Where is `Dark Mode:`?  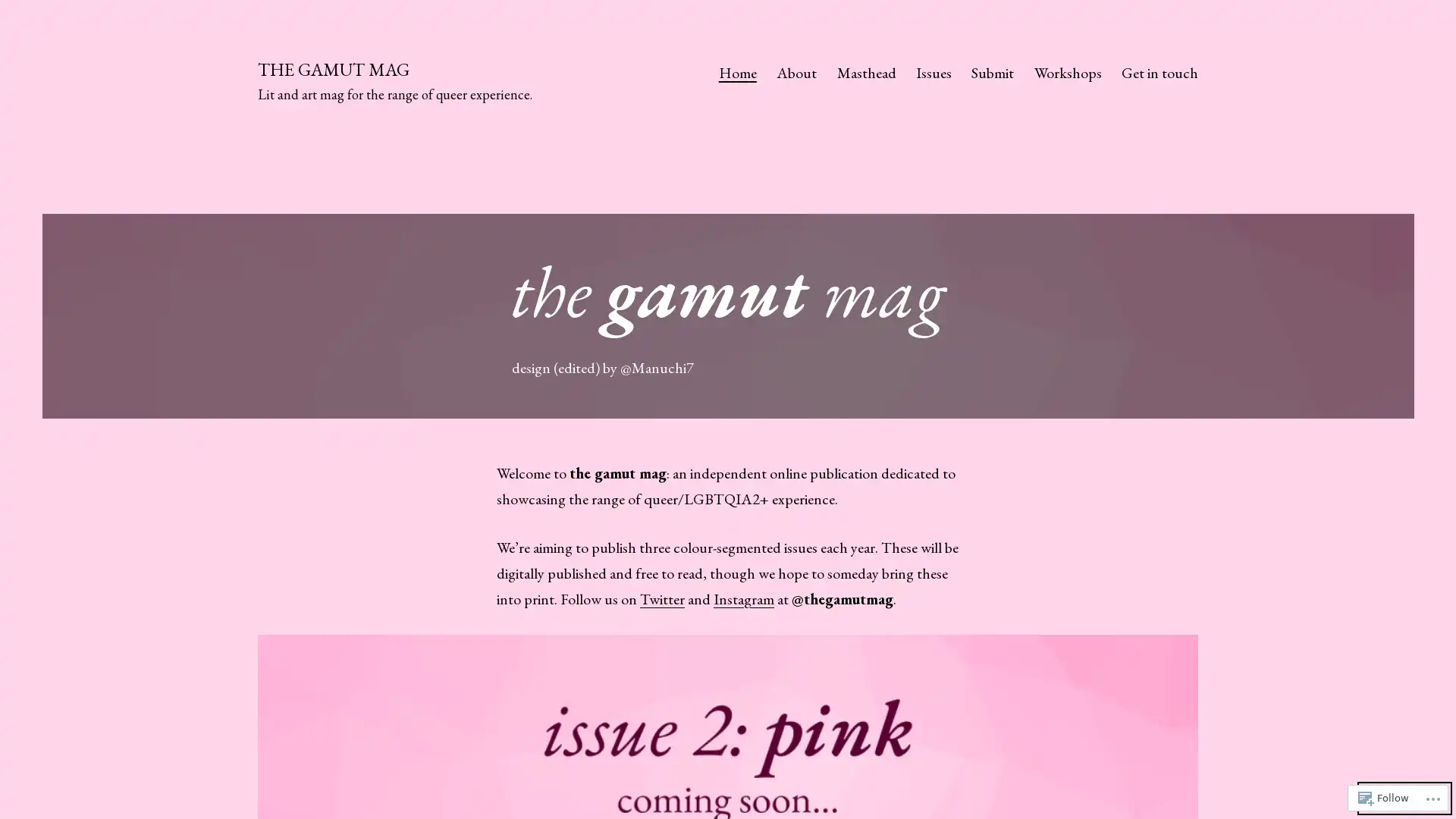 Dark Mode: is located at coordinates (1404, 798).